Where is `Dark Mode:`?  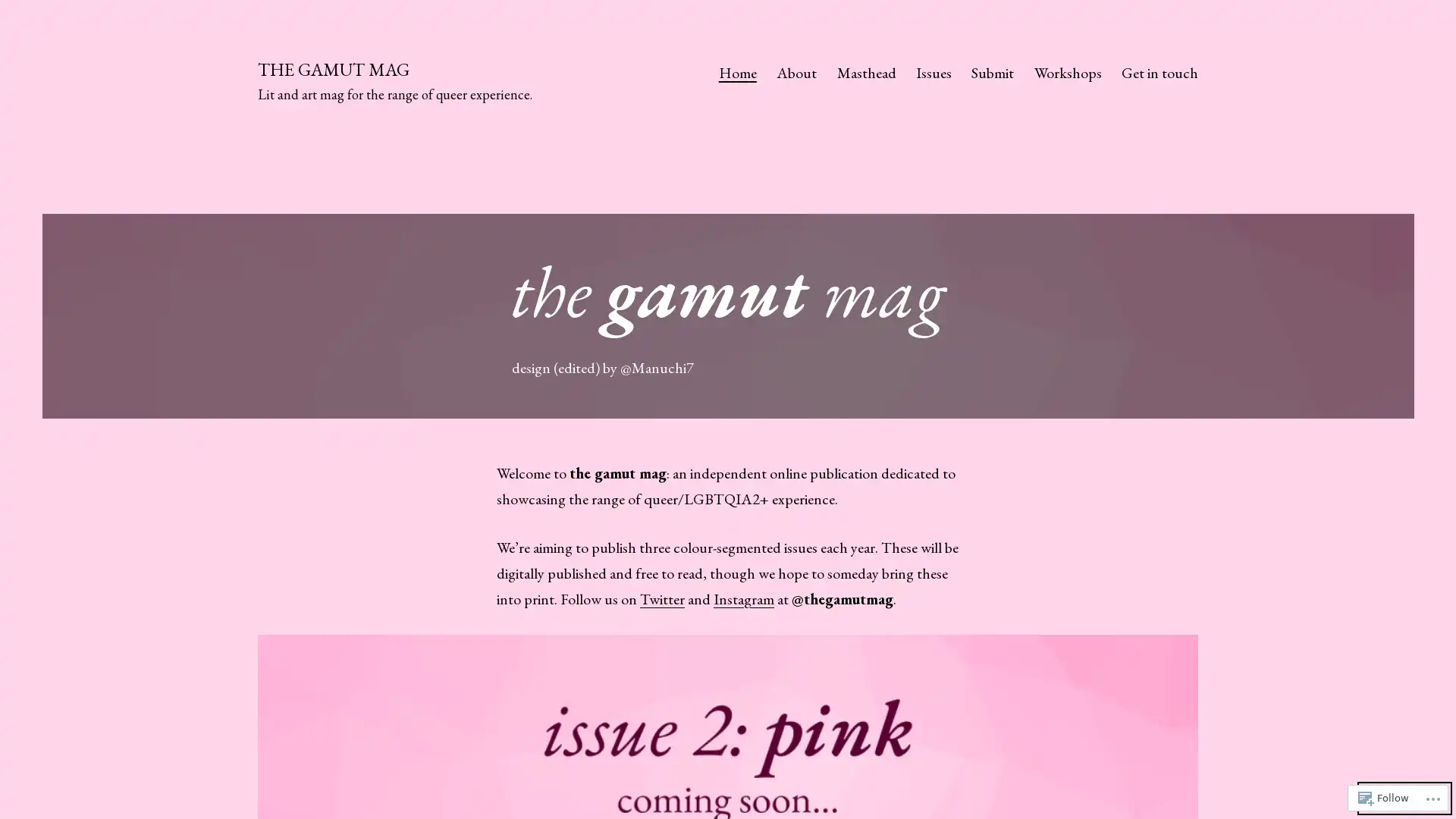 Dark Mode: is located at coordinates (1404, 798).